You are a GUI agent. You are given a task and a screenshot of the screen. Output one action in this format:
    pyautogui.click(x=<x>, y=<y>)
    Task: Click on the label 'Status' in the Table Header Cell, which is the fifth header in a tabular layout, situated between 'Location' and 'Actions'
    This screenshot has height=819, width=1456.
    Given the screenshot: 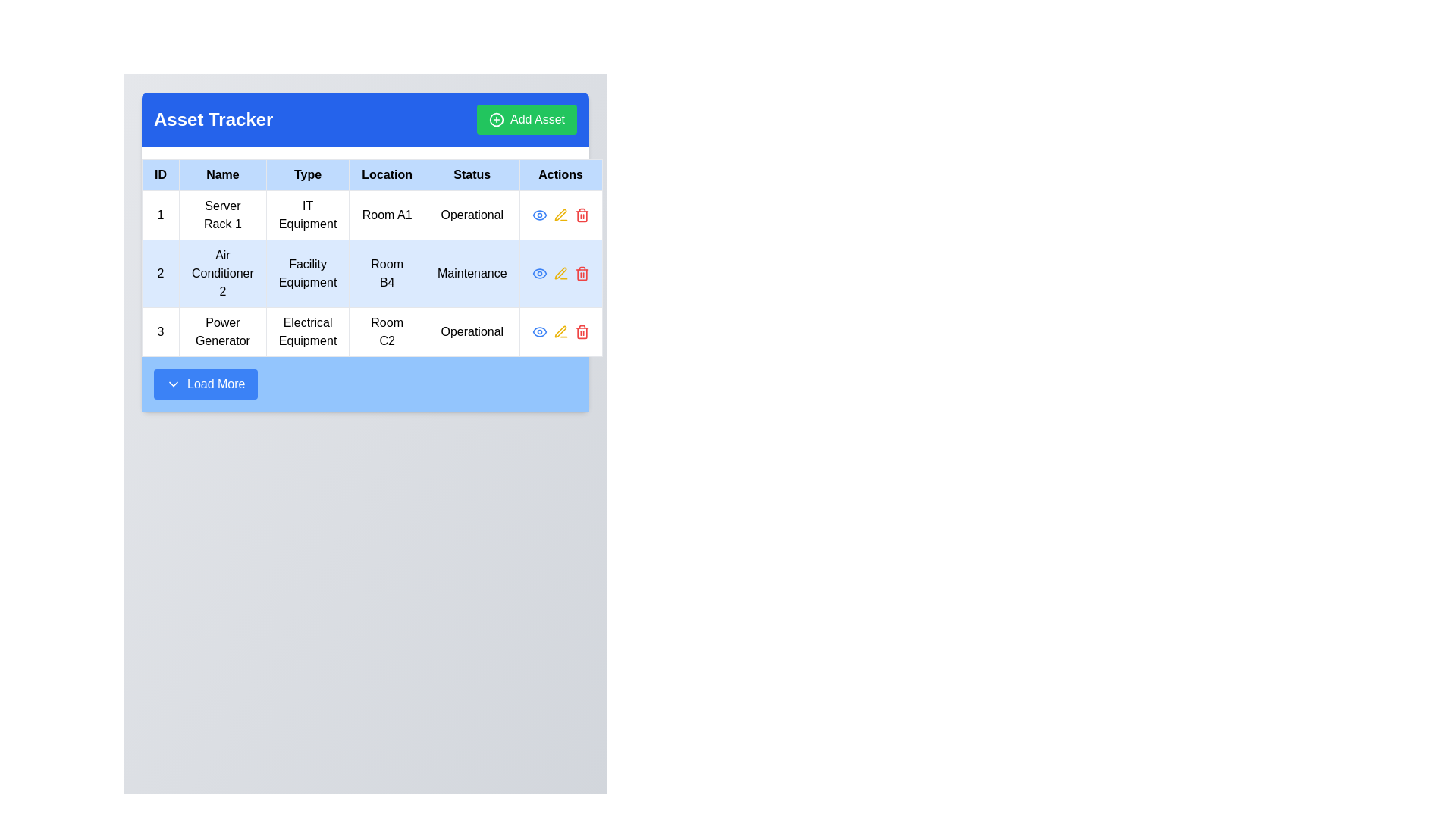 What is the action you would take?
    pyautogui.click(x=471, y=174)
    